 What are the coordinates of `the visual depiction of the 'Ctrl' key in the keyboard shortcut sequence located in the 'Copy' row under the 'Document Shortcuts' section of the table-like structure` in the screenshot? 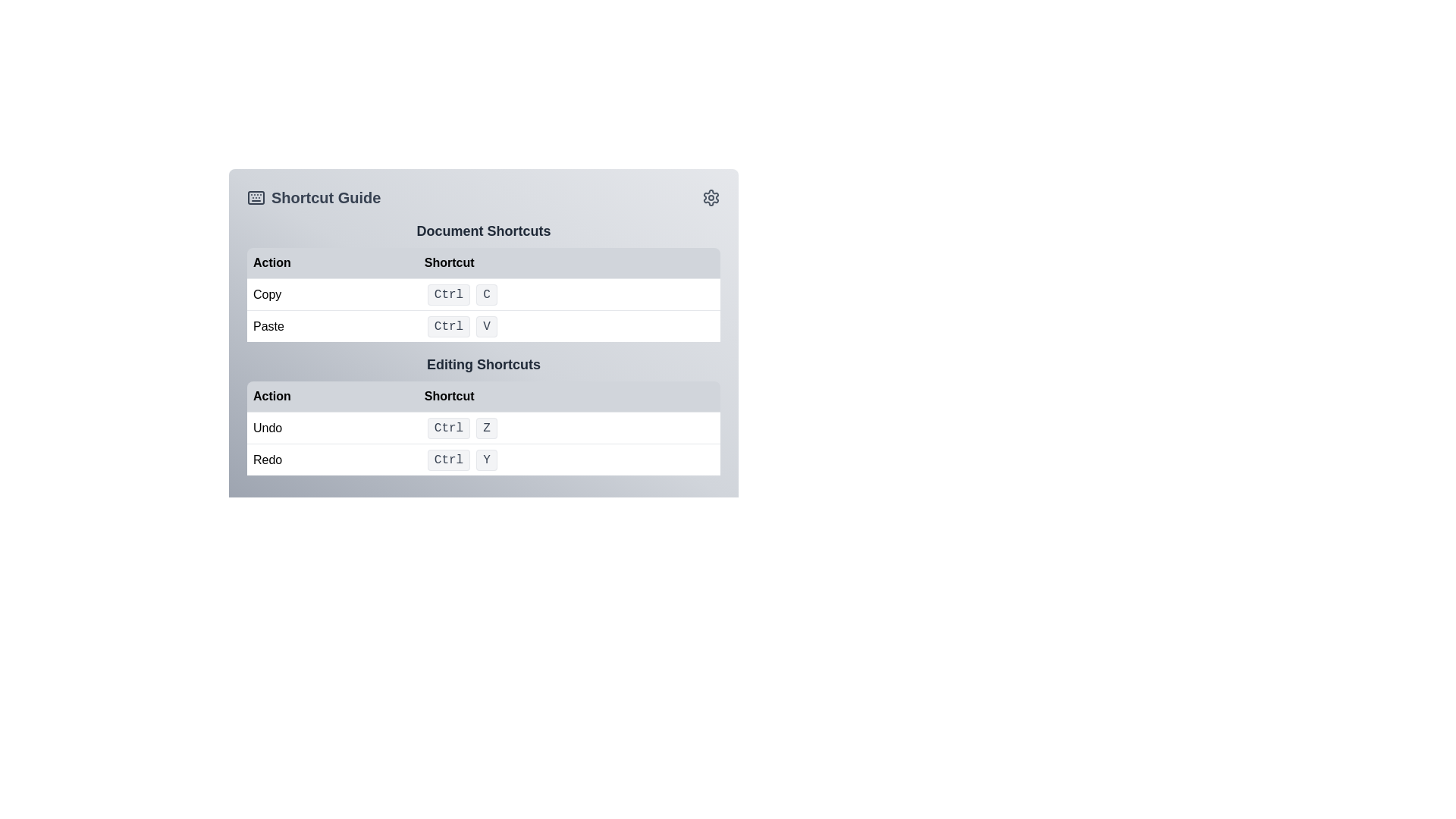 It's located at (447, 295).